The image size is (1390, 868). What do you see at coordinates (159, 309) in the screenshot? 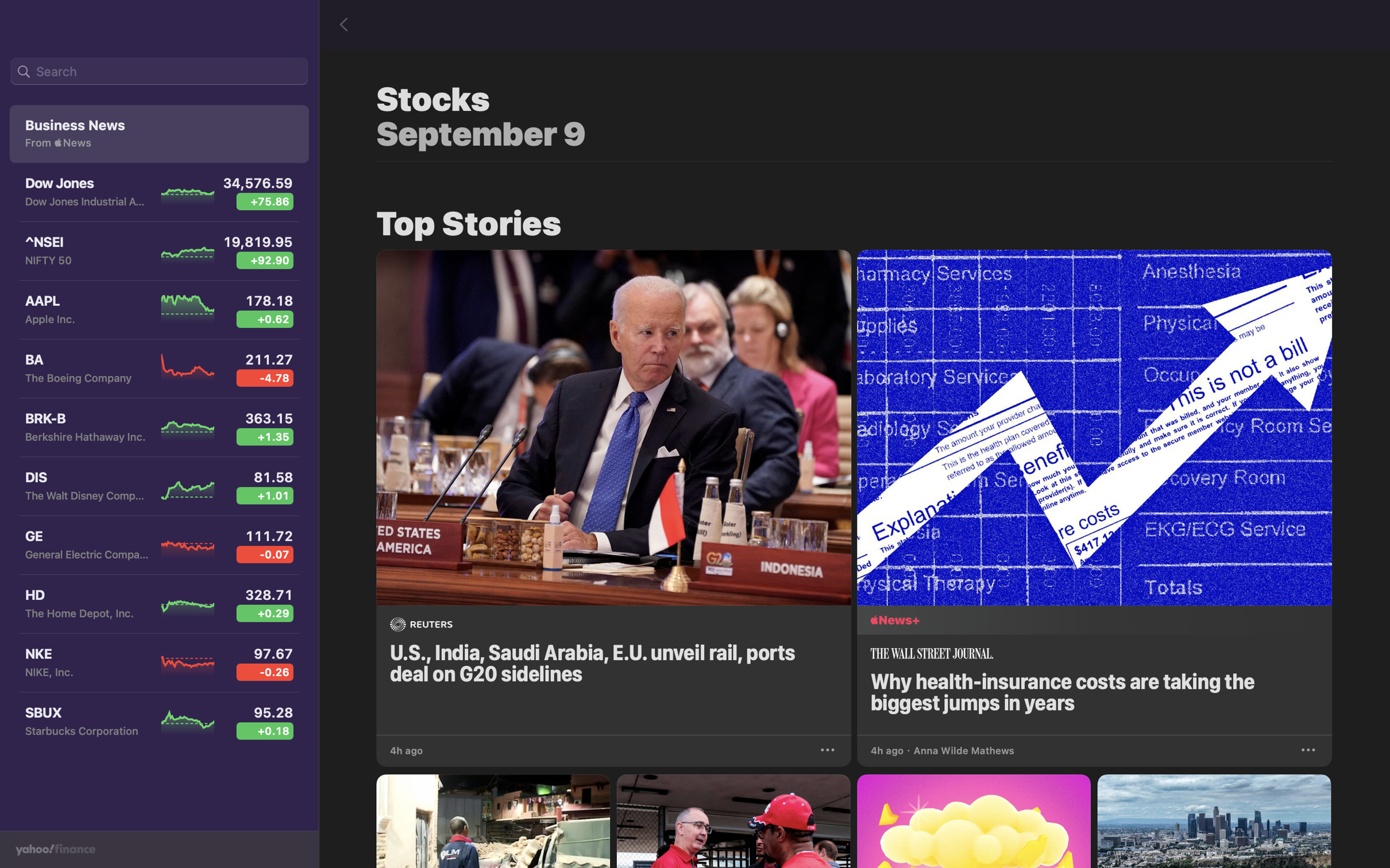
I see `Start the Apple Inc stock` at bounding box center [159, 309].